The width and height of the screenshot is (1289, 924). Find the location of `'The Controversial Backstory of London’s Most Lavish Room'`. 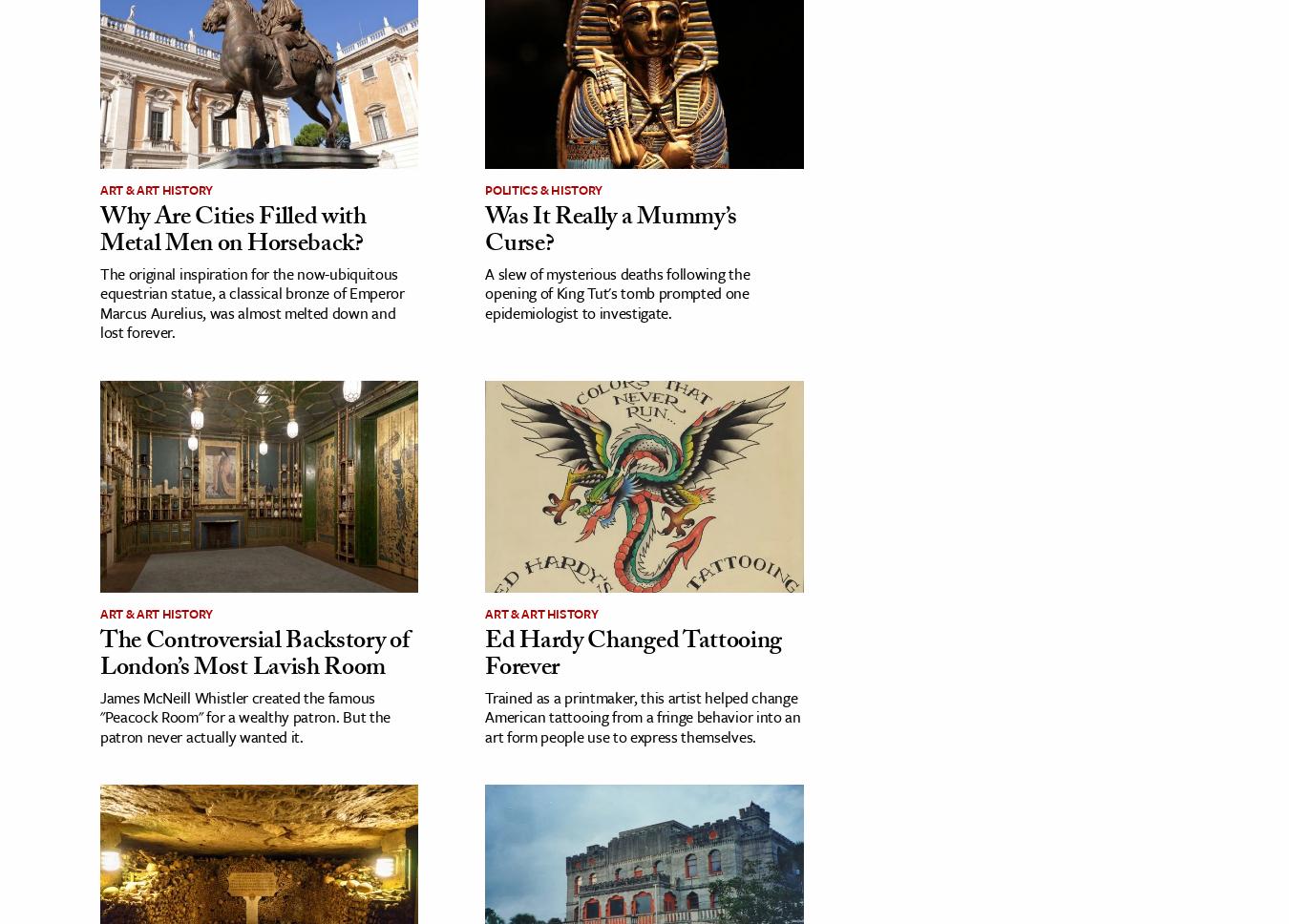

'The Controversial Backstory of London’s Most Lavish Room' is located at coordinates (253, 655).